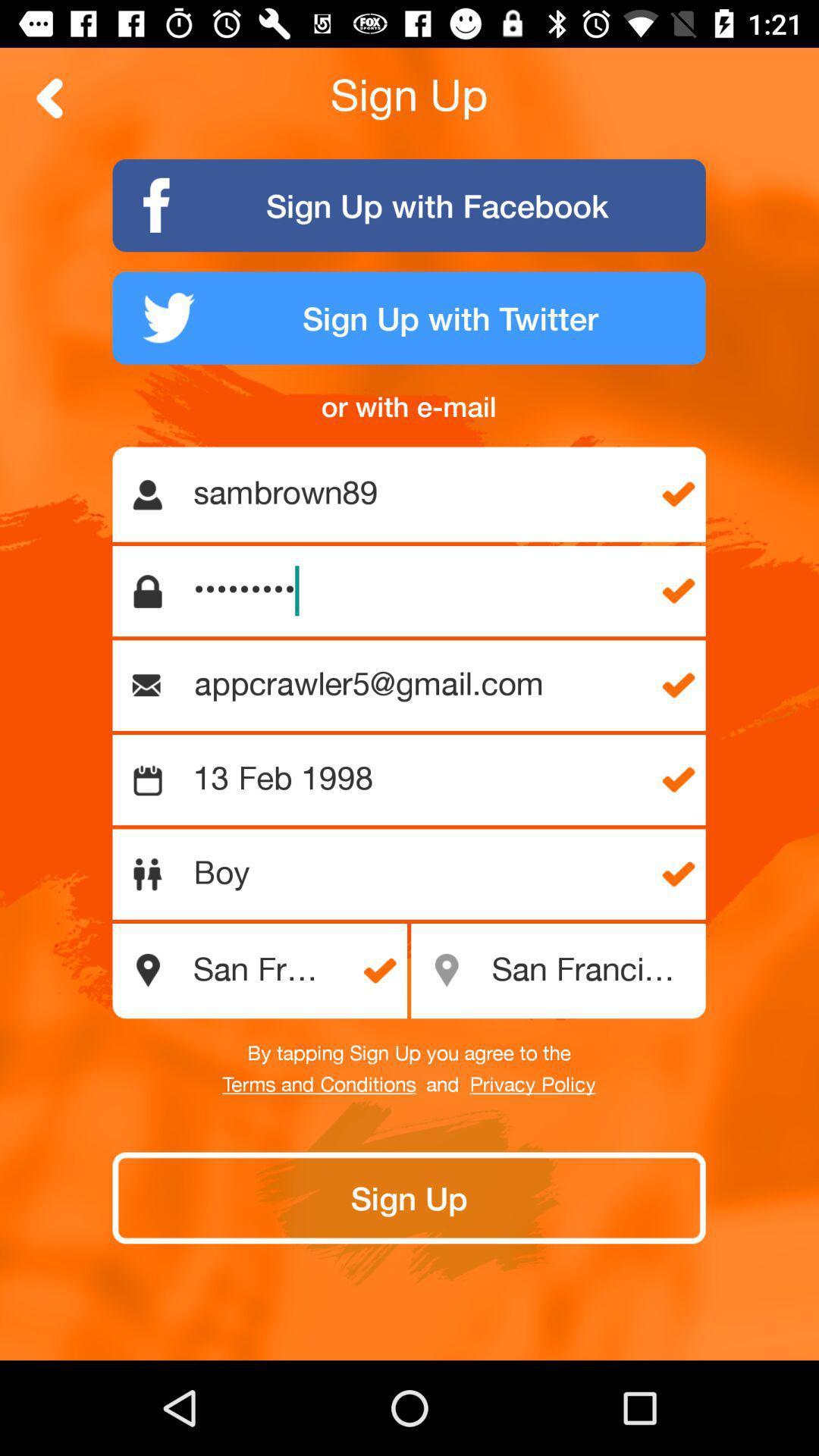 This screenshot has width=819, height=1456. What do you see at coordinates (49, 97) in the screenshot?
I see `the arrow_backward icon` at bounding box center [49, 97].